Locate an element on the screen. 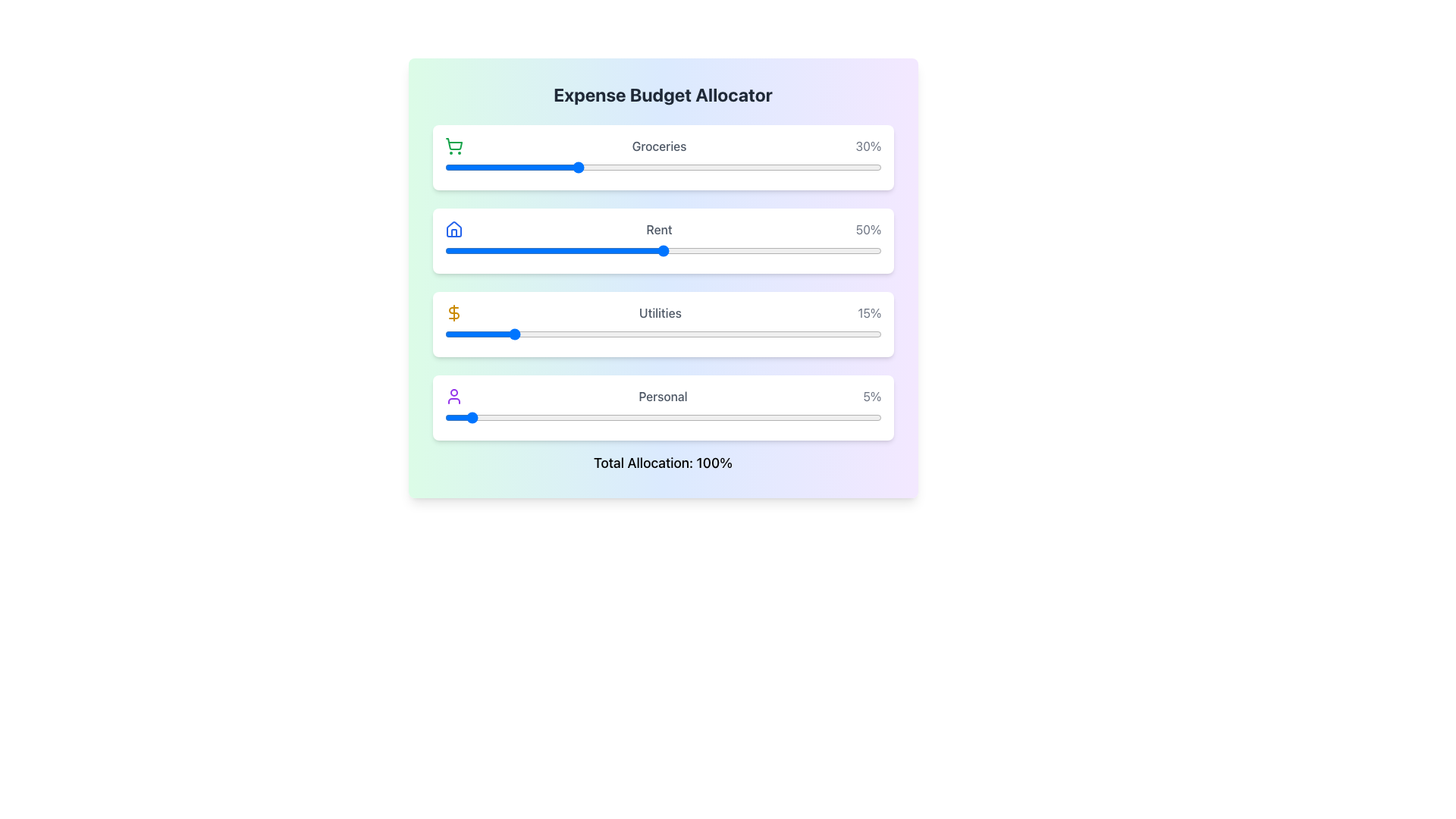 The height and width of the screenshot is (819, 1456). door of a house icon associated with the 'Rent' budget allocation, located in the second row of budget allocation sliders is located at coordinates (453, 233).